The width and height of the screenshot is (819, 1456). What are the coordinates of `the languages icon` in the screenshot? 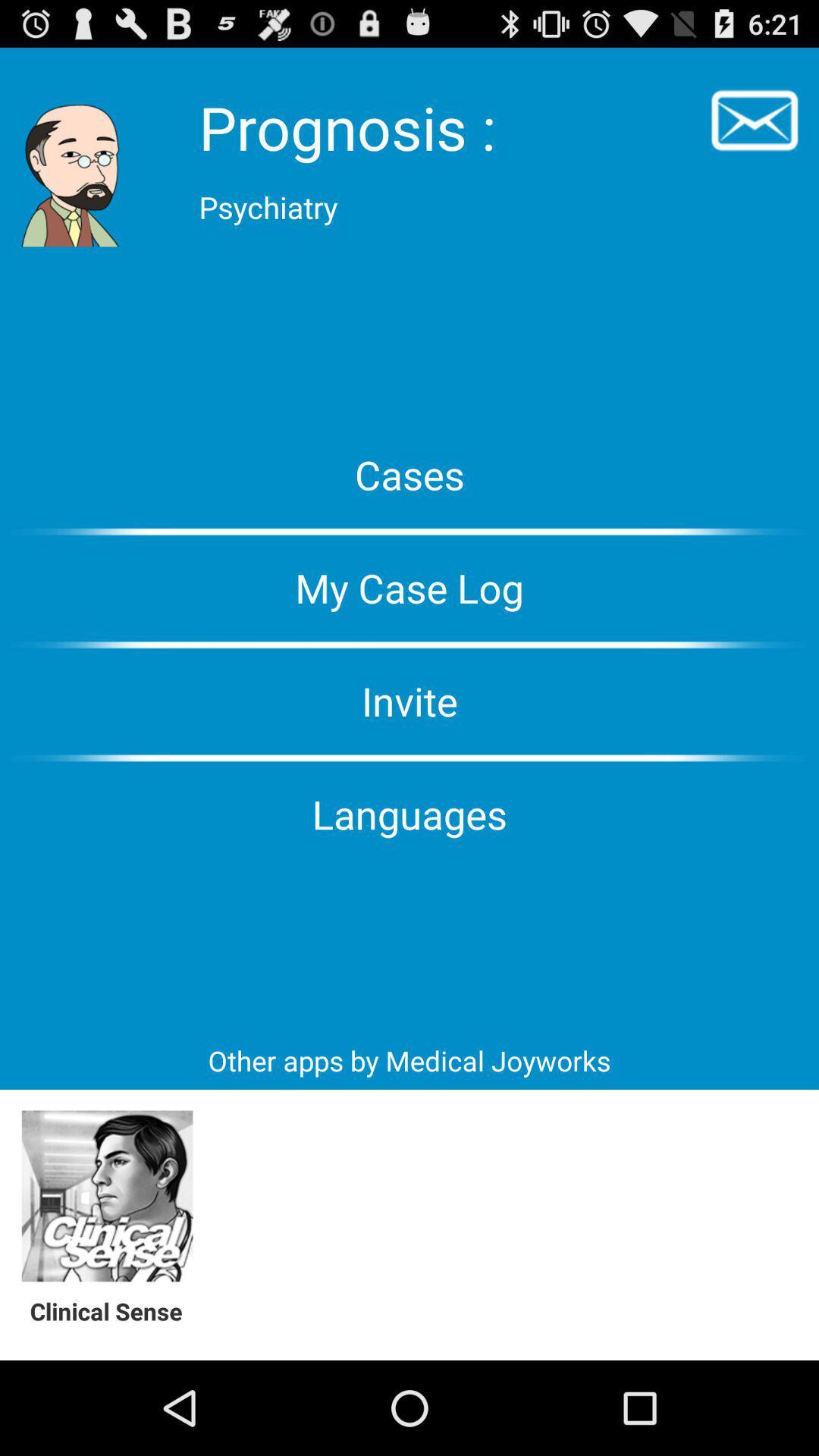 It's located at (409, 813).